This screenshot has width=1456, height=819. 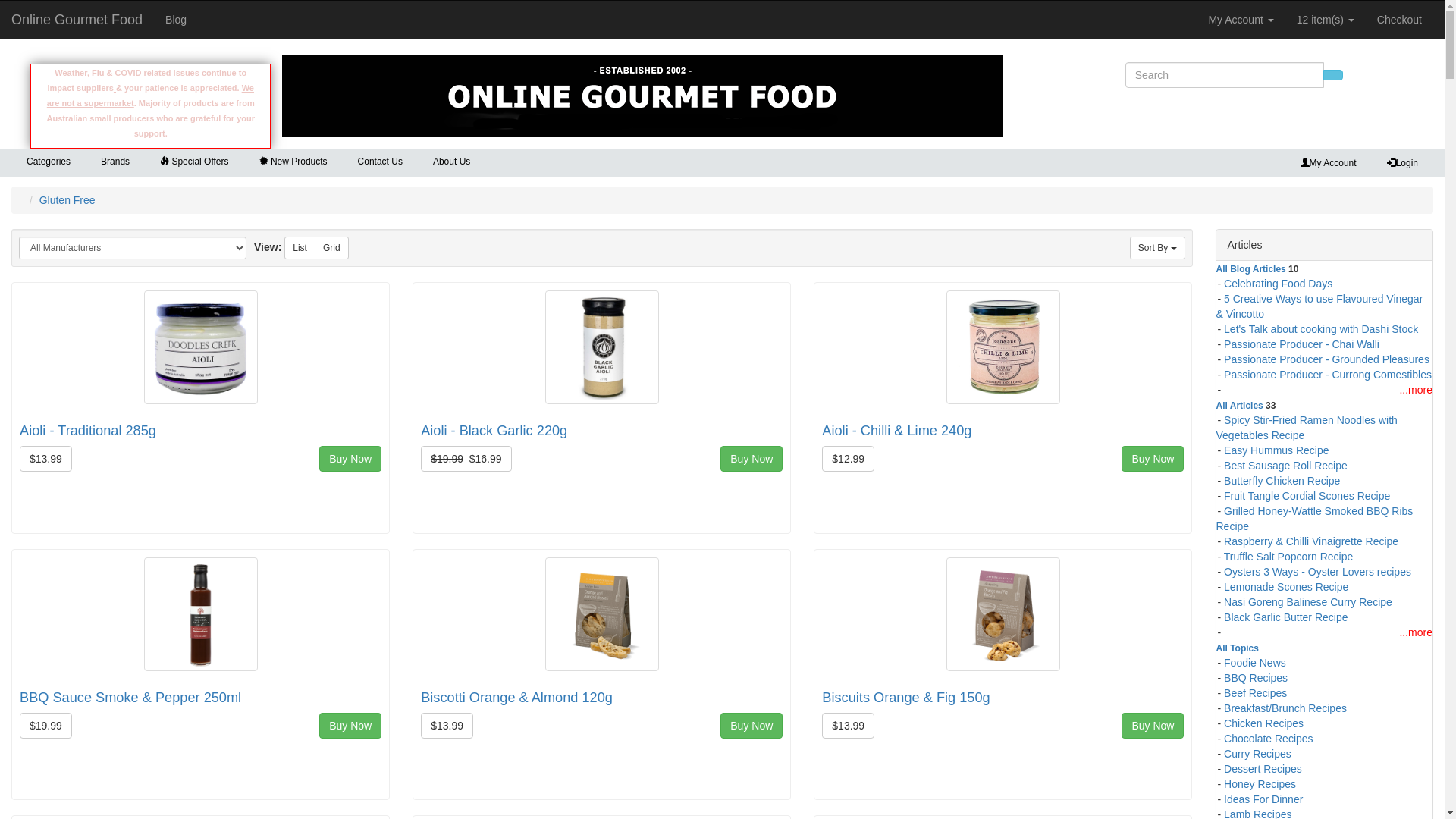 What do you see at coordinates (300, 247) in the screenshot?
I see `'List'` at bounding box center [300, 247].